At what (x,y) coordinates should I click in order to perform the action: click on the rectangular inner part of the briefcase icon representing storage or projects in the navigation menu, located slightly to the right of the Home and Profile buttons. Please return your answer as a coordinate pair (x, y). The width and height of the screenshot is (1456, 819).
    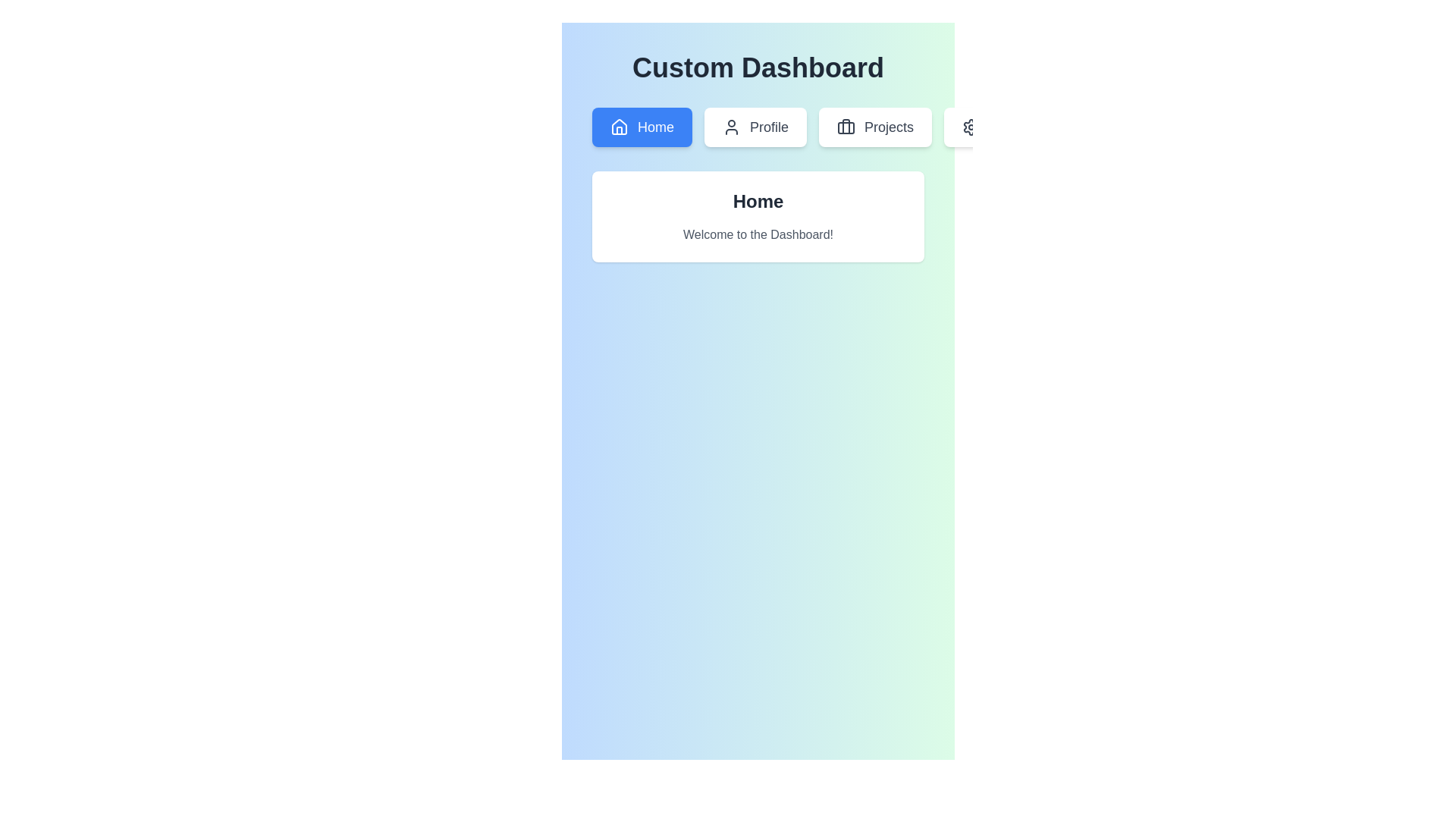
    Looking at the image, I should click on (846, 127).